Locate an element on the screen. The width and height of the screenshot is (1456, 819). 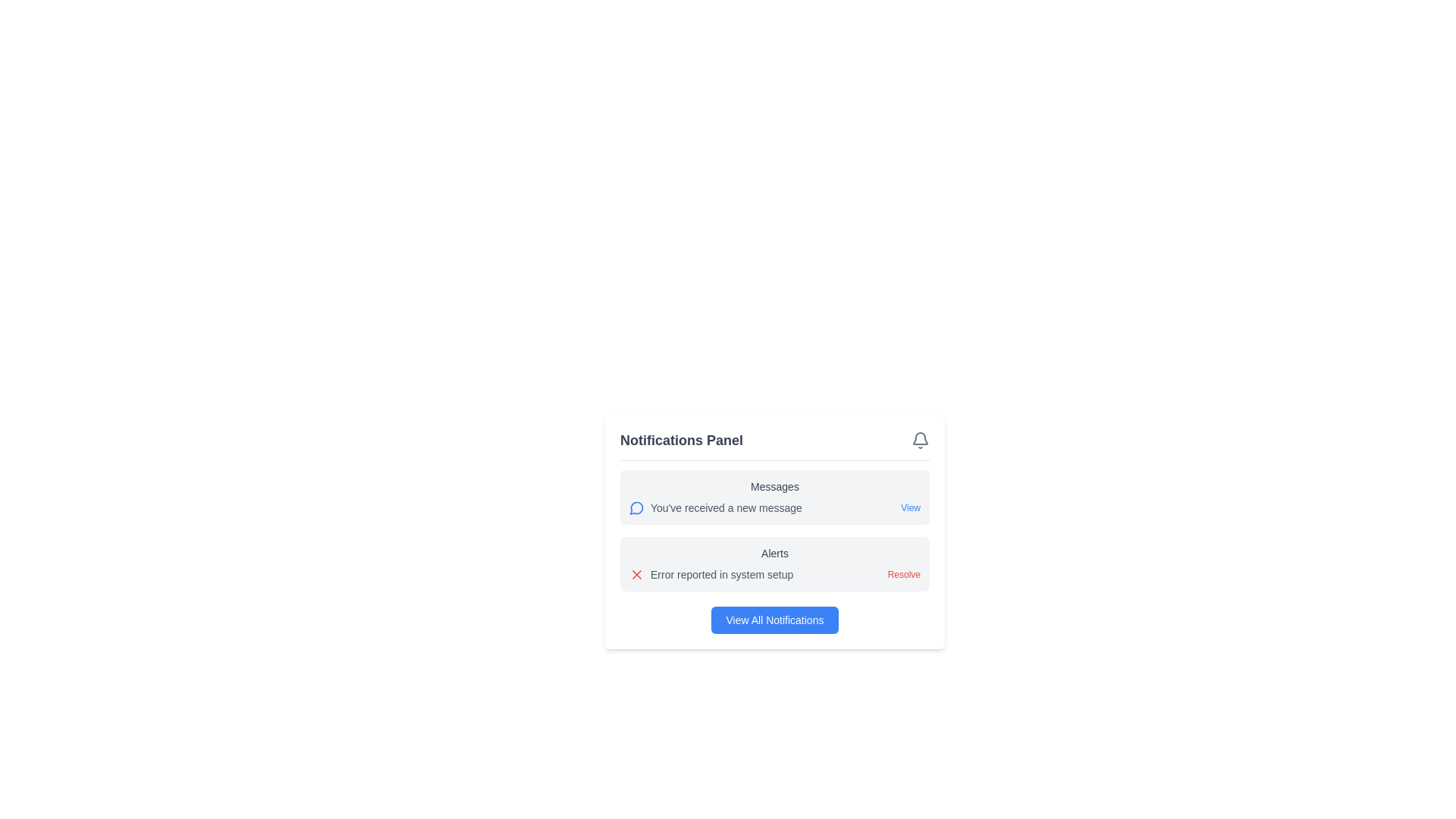
the fifth button in the 'Alerts' section, positioned to the far right of the text 'Error reported in system setup', to initiate resolution is located at coordinates (904, 575).